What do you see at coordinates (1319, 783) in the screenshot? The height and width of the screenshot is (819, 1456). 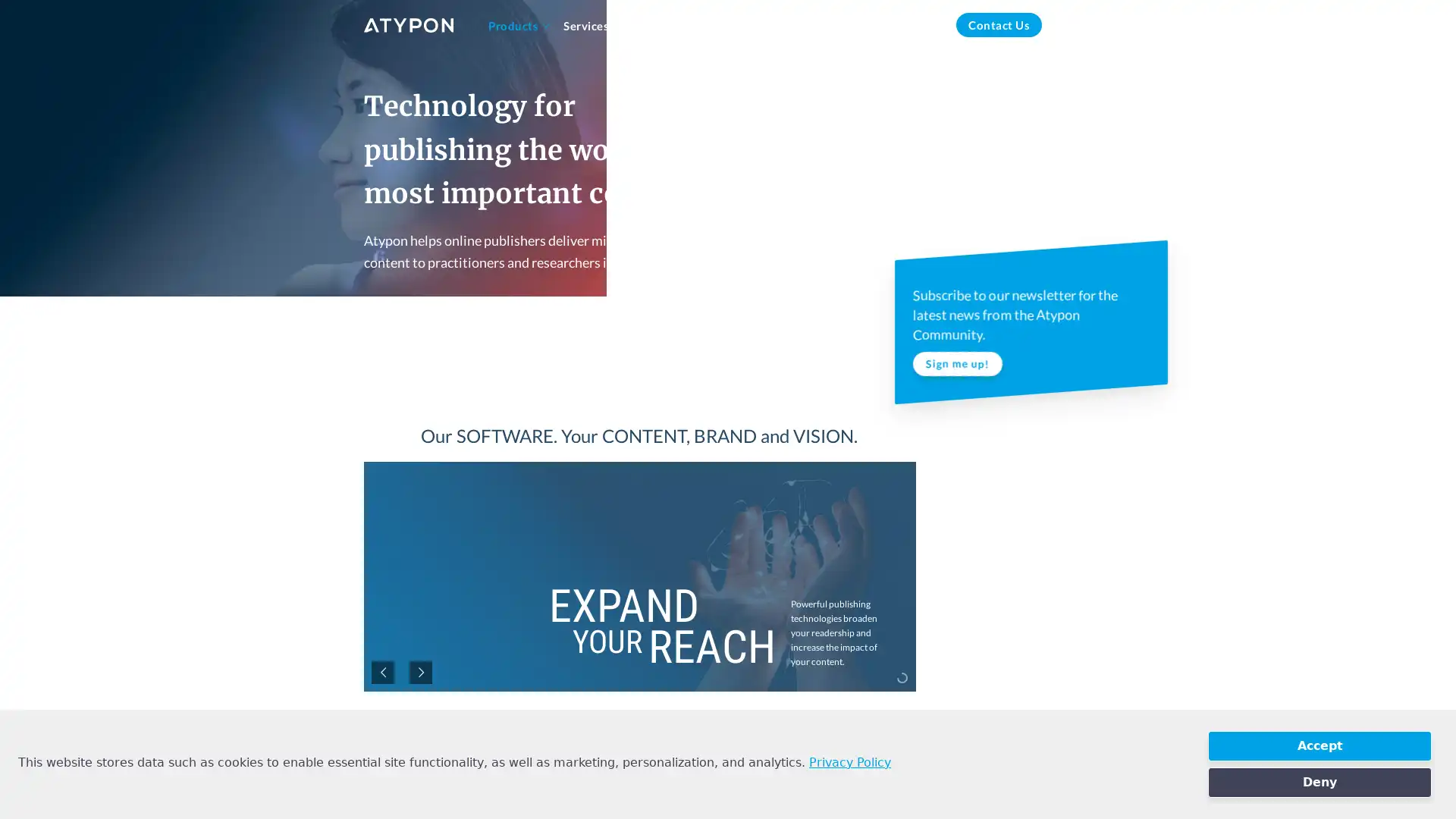 I see `Deny` at bounding box center [1319, 783].